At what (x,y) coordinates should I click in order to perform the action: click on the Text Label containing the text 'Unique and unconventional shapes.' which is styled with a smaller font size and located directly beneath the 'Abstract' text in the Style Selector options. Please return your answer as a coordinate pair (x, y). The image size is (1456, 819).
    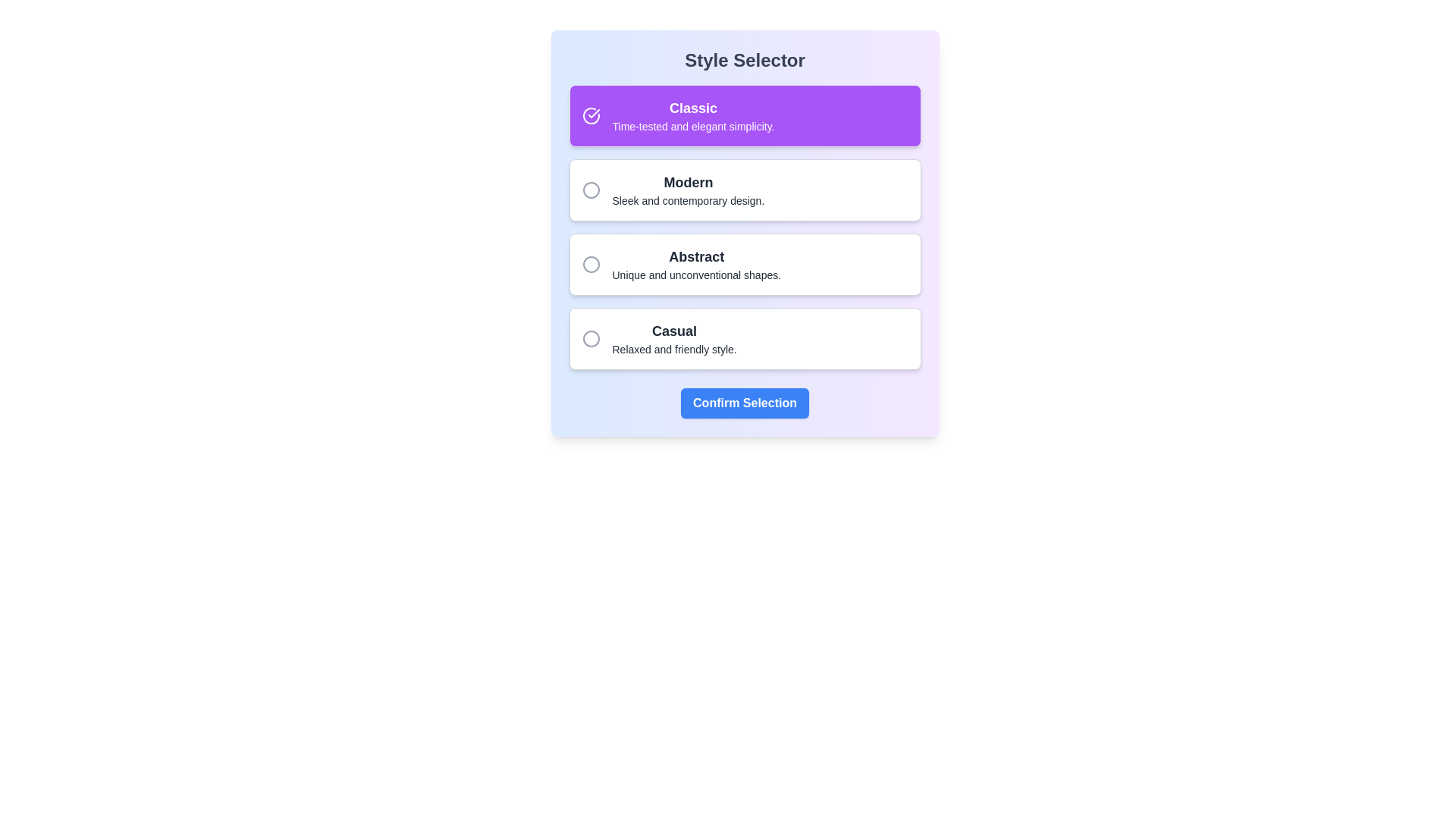
    Looking at the image, I should click on (695, 275).